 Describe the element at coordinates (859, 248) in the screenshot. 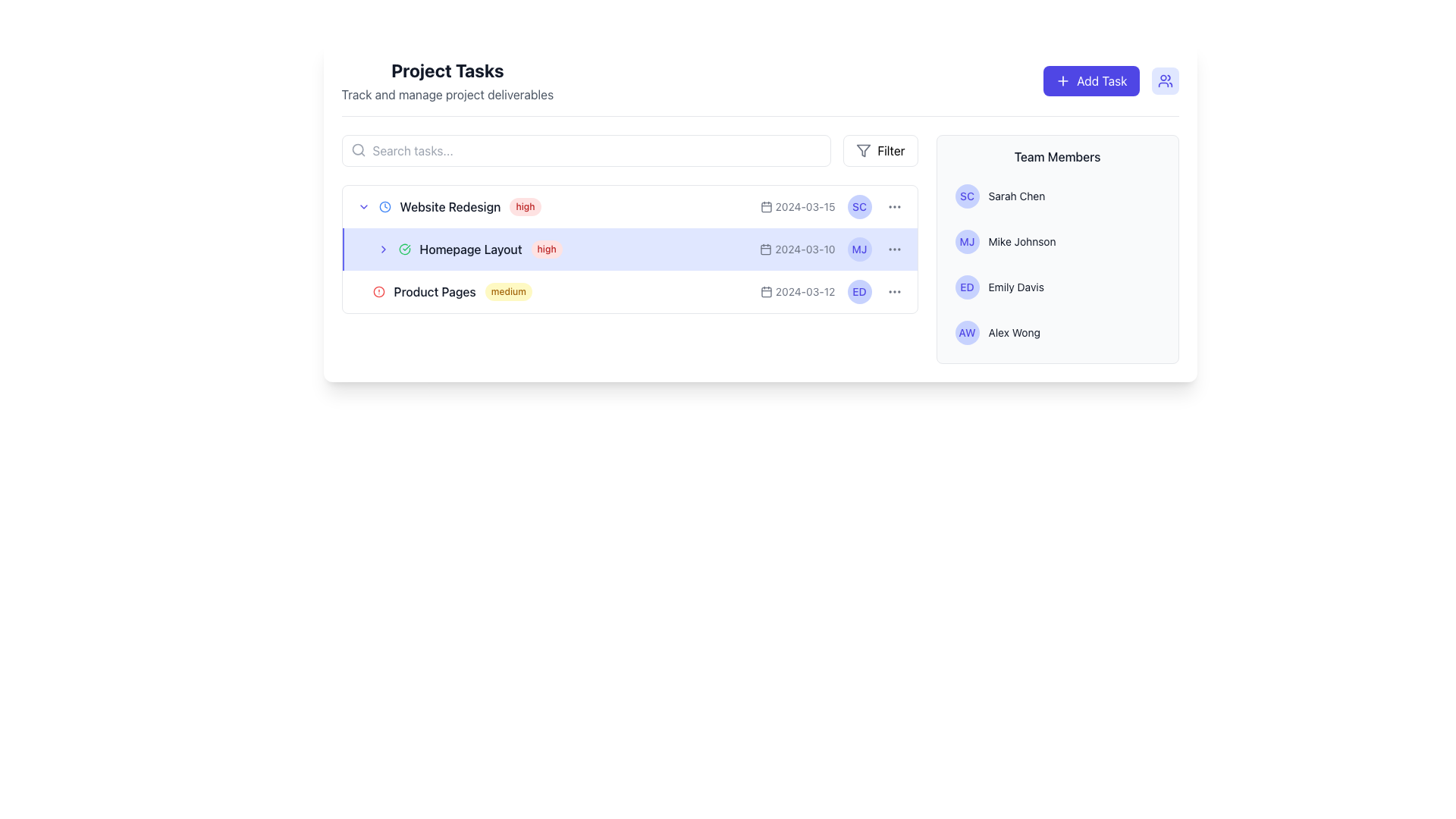

I see `the Avatar or Circular Badge representing 'Mike Johnson', which is positioned next to the task labeled 'Homepage Layout'` at that location.